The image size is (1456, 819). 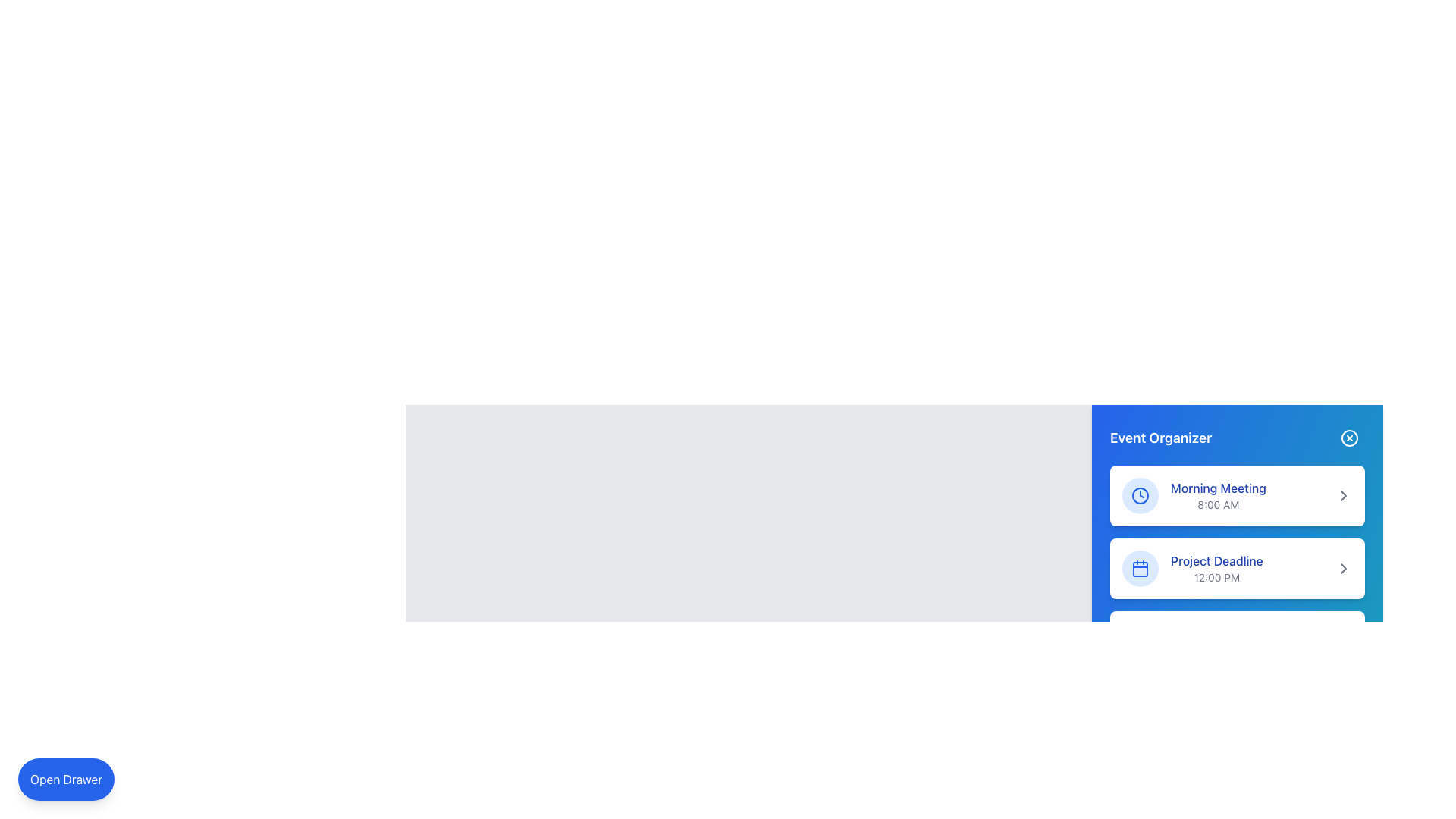 I want to click on the button located at the bottom-left corner of the interface to outline it, so click(x=65, y=780).